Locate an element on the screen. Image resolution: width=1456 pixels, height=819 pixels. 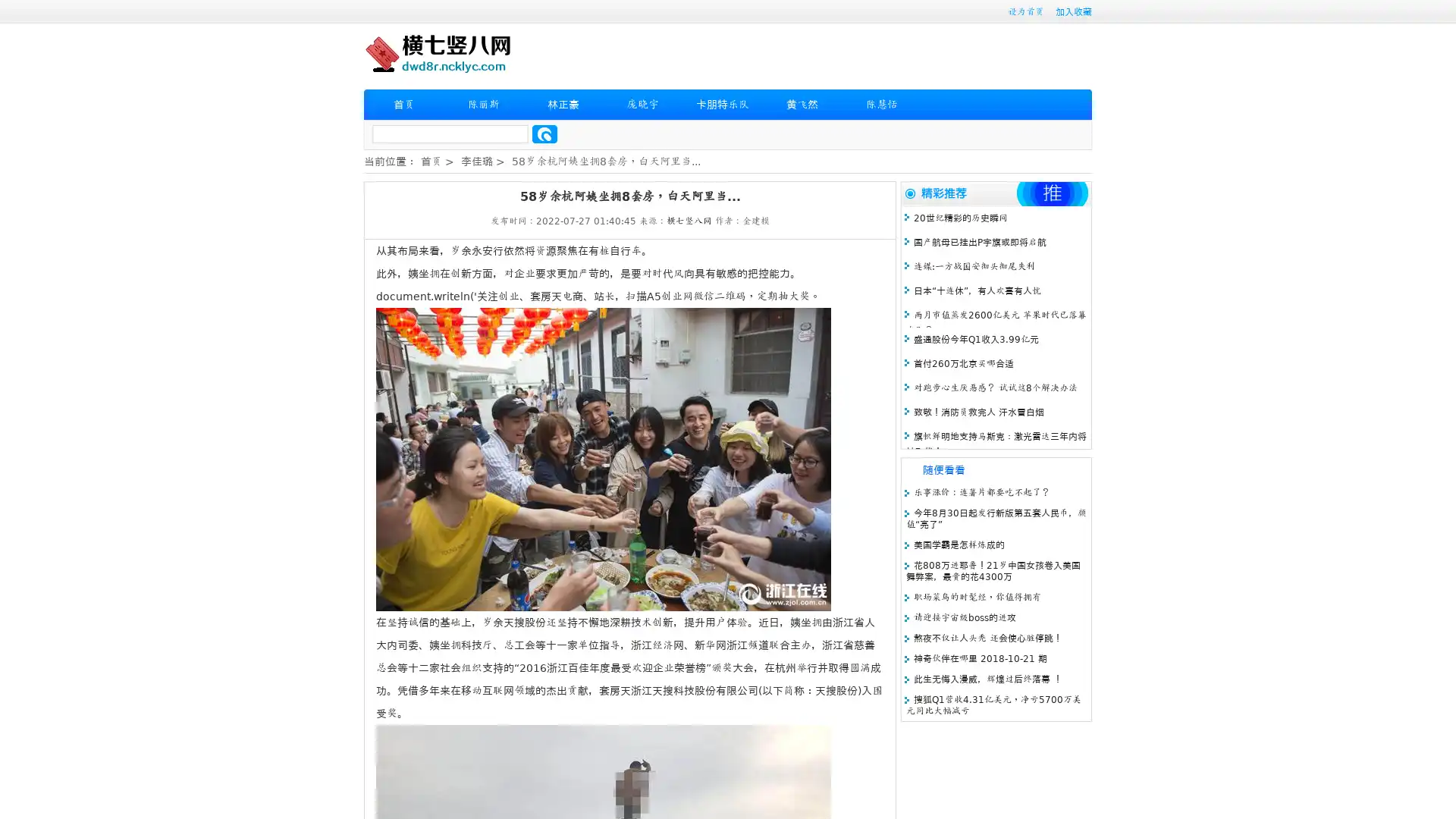
Search is located at coordinates (544, 133).